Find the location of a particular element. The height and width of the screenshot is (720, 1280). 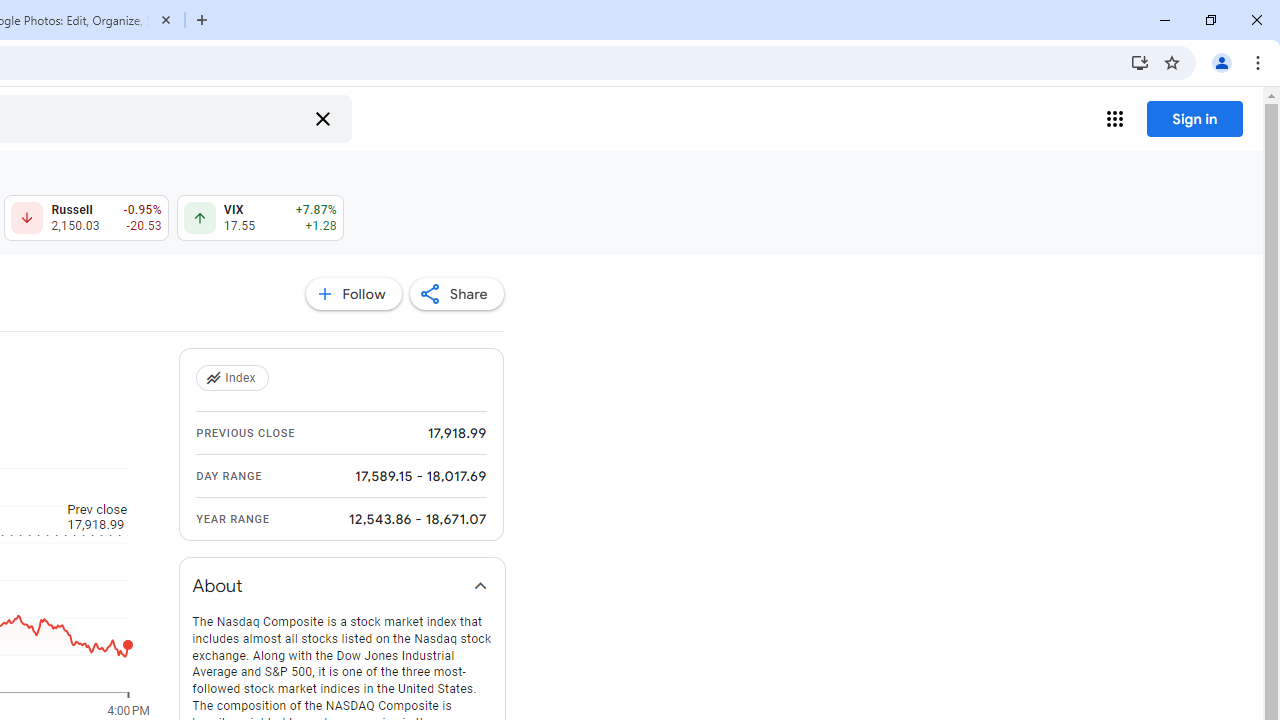

'VIX 17.55 Up by 7.87% +1.28' is located at coordinates (259, 218).